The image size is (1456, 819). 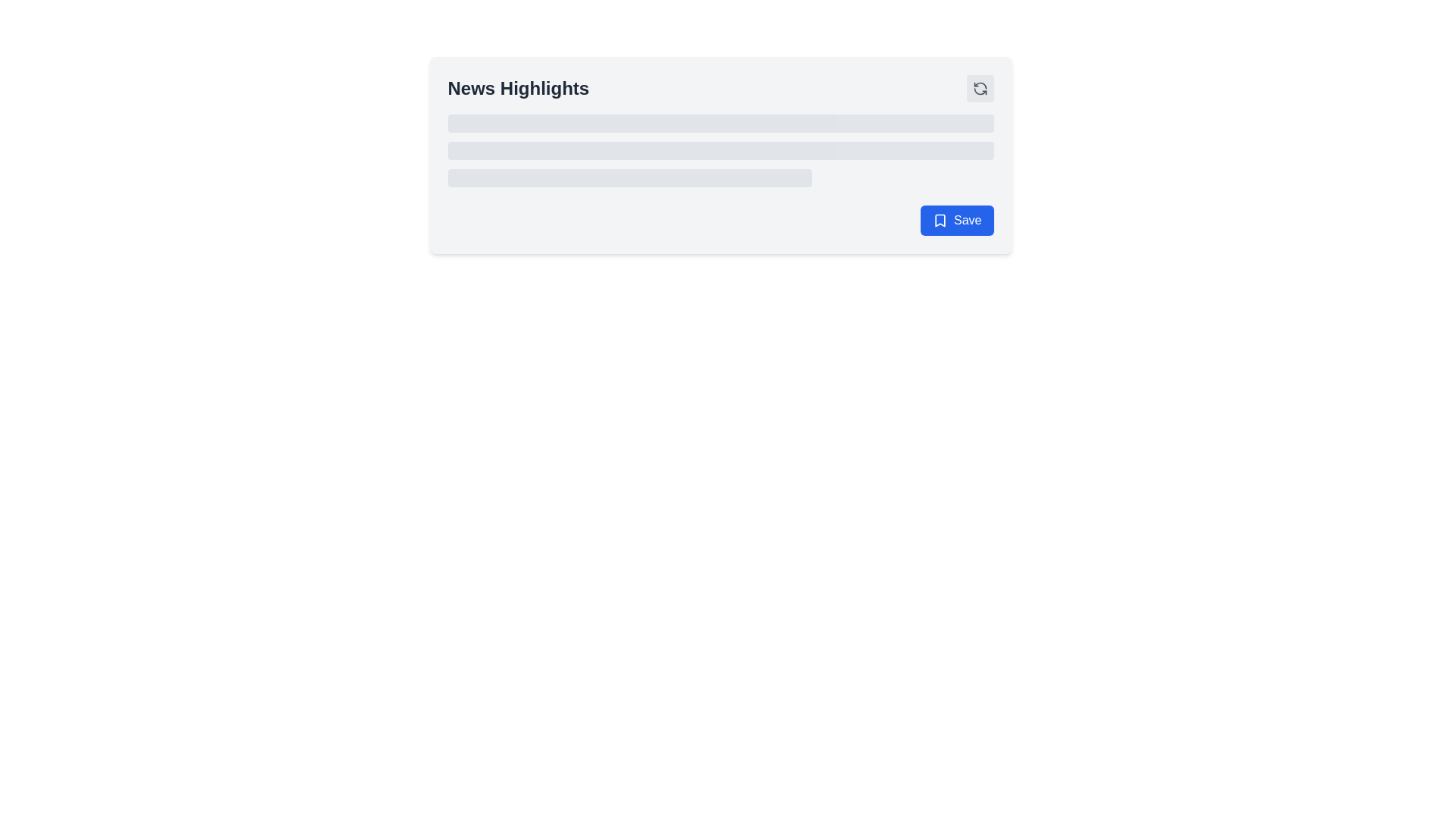 What do you see at coordinates (980, 88) in the screenshot?
I see `the refresh button located in the top-right corner of the 'News Highlights' section to reload the content` at bounding box center [980, 88].